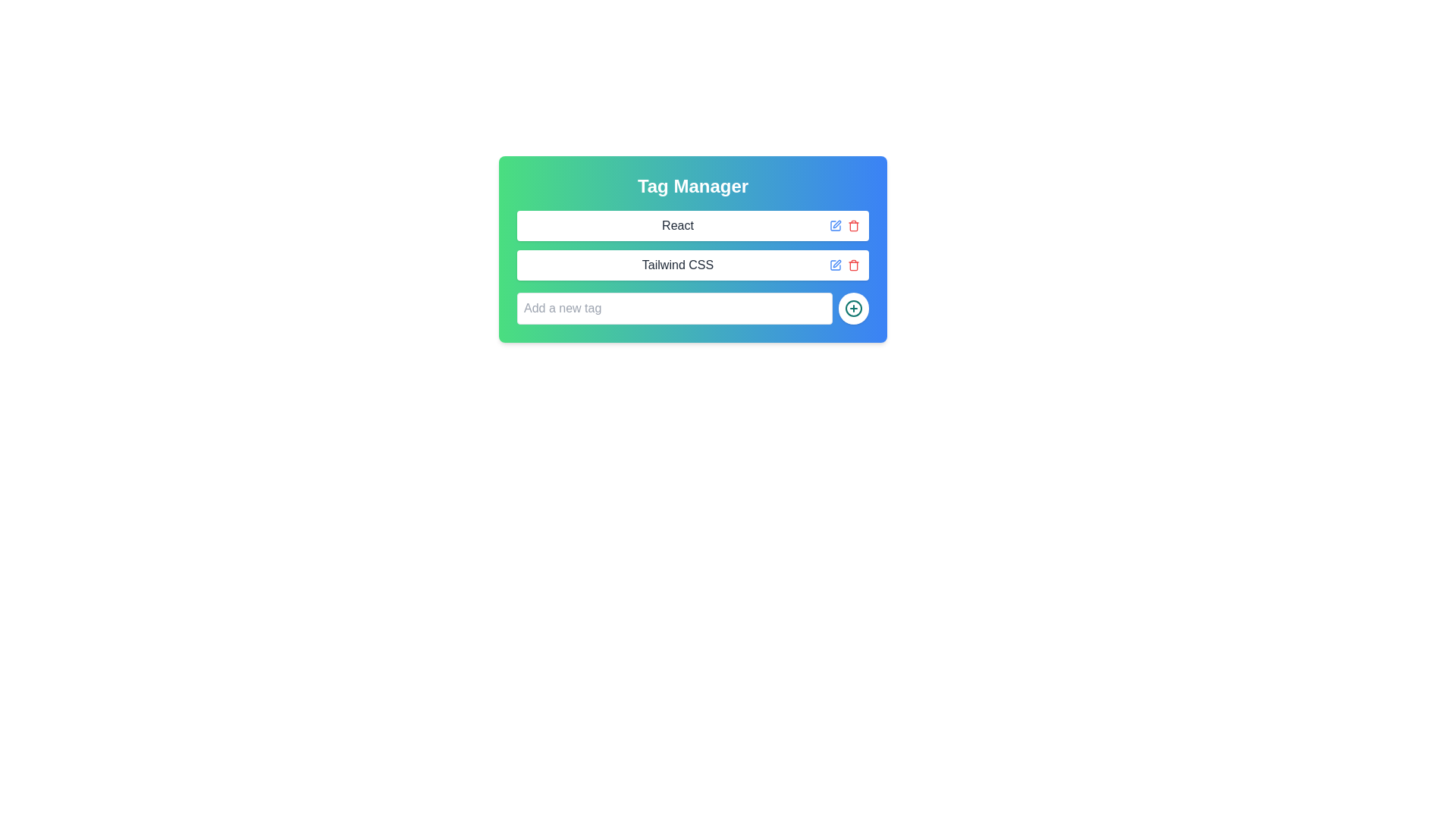 The width and height of the screenshot is (1456, 819). I want to click on the text label displaying 'Tailwind CSS' in the Tag Manager interface, which is visually characterized by its medium-sized dark gray font within a light-colored rounded rectangle, so click(676, 265).